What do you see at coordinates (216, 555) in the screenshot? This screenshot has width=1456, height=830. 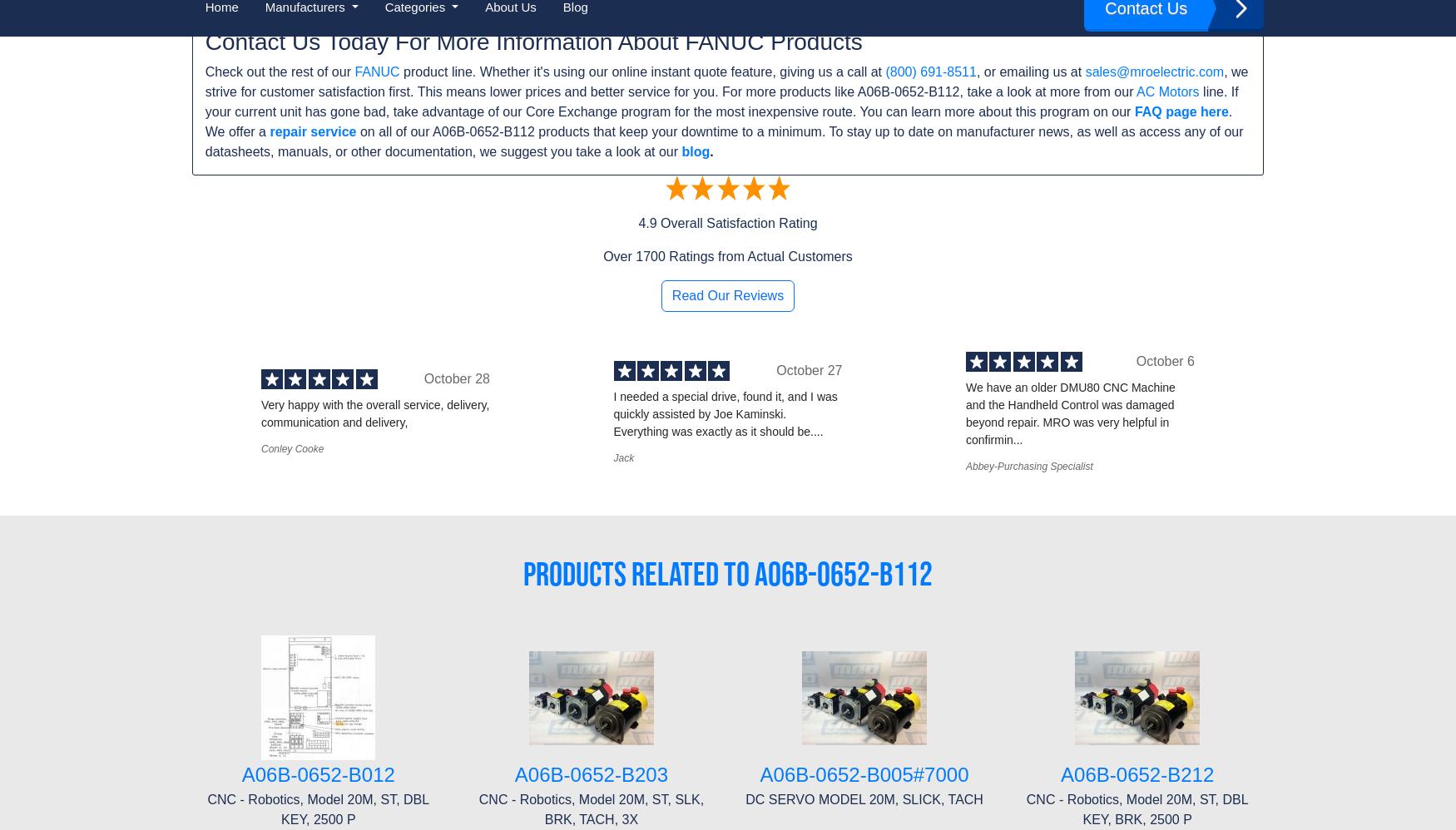 I see `'About us'` at bounding box center [216, 555].